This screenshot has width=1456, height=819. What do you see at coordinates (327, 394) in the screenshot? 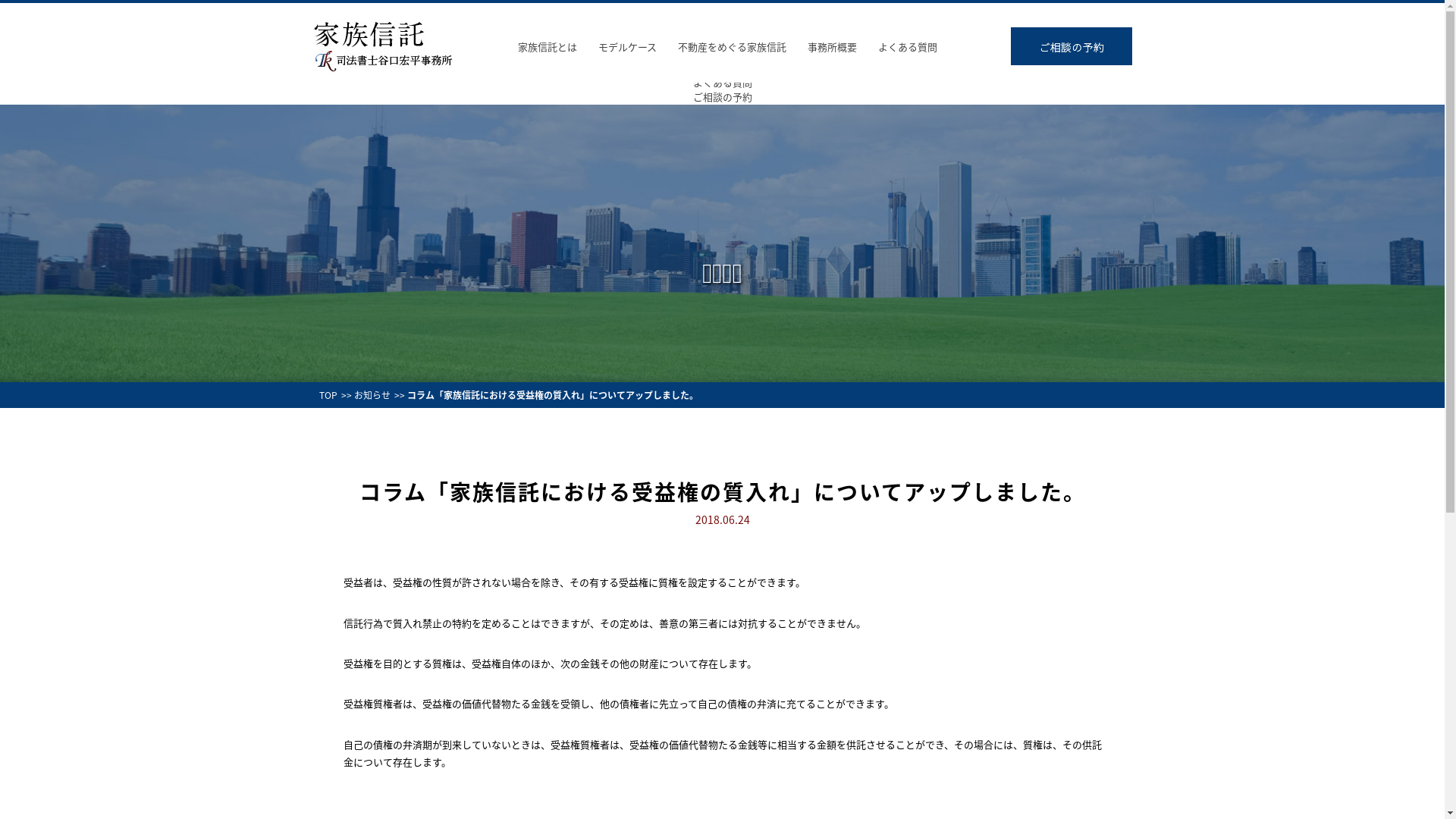
I see `'TOP'` at bounding box center [327, 394].